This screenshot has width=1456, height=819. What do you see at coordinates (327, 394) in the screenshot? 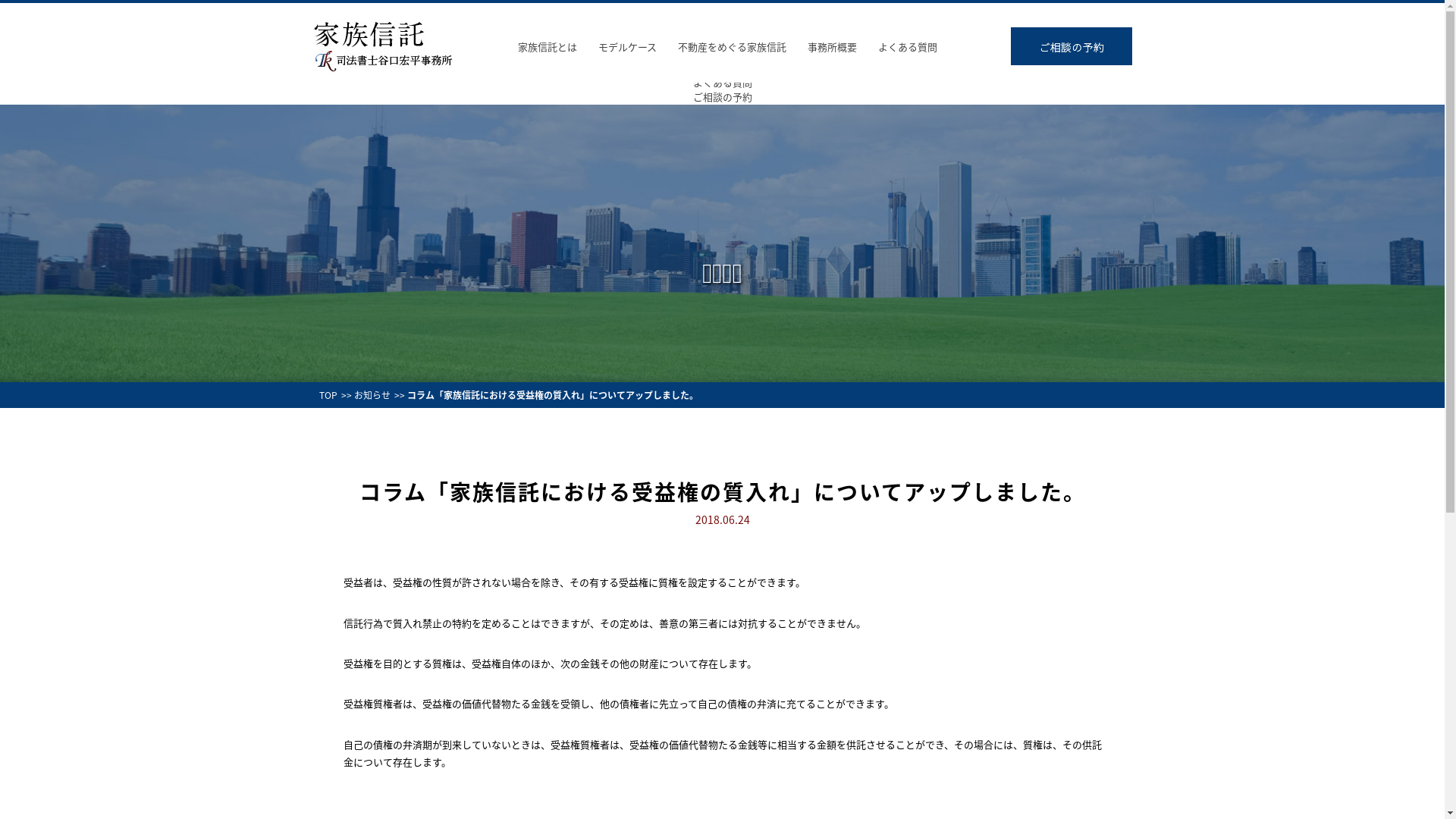
I see `'TOP'` at bounding box center [327, 394].